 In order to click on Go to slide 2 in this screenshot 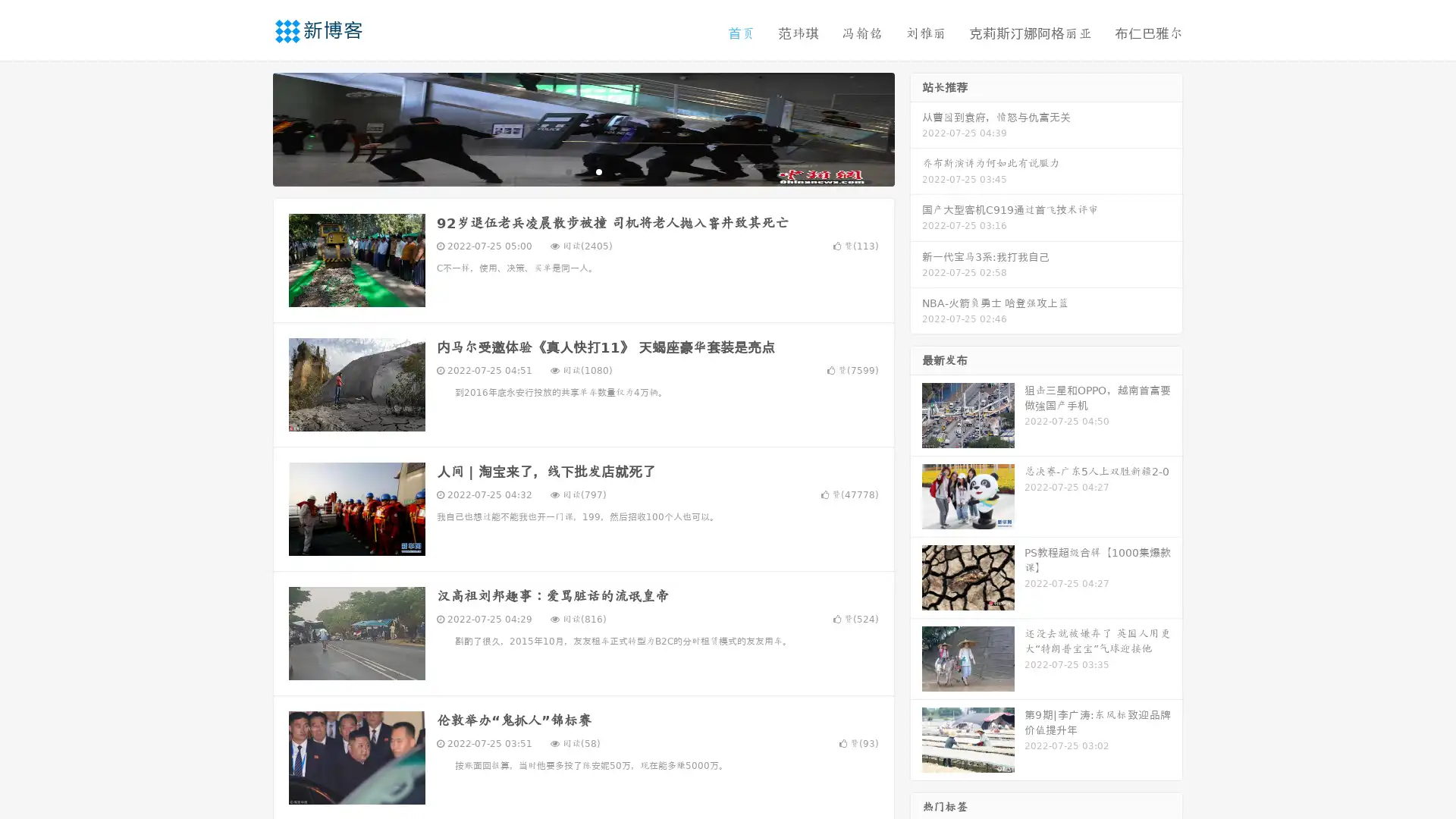, I will do `click(582, 171)`.